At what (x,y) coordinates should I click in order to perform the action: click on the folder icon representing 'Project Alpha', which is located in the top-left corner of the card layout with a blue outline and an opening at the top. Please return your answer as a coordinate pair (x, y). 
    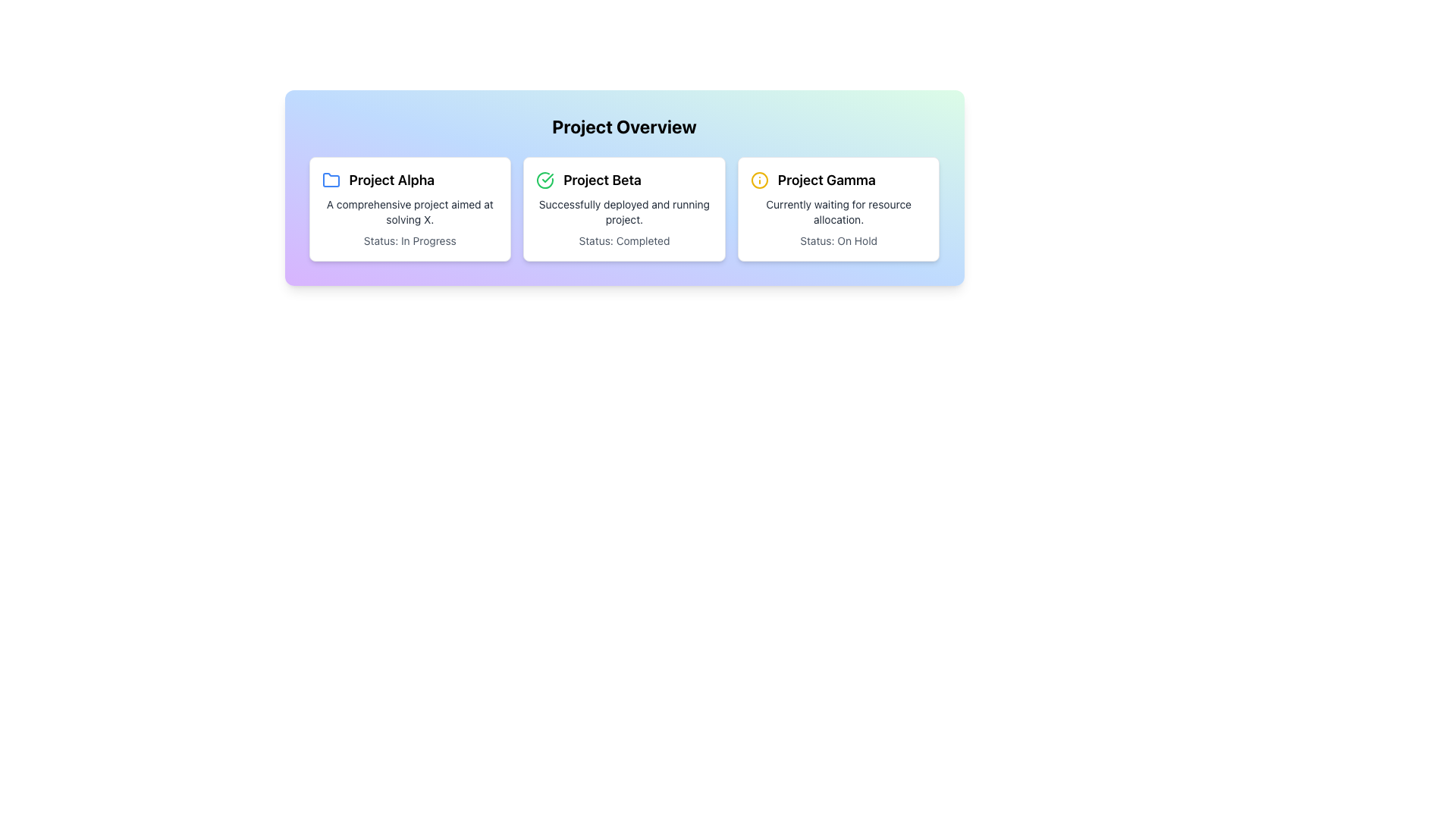
    Looking at the image, I should click on (330, 179).